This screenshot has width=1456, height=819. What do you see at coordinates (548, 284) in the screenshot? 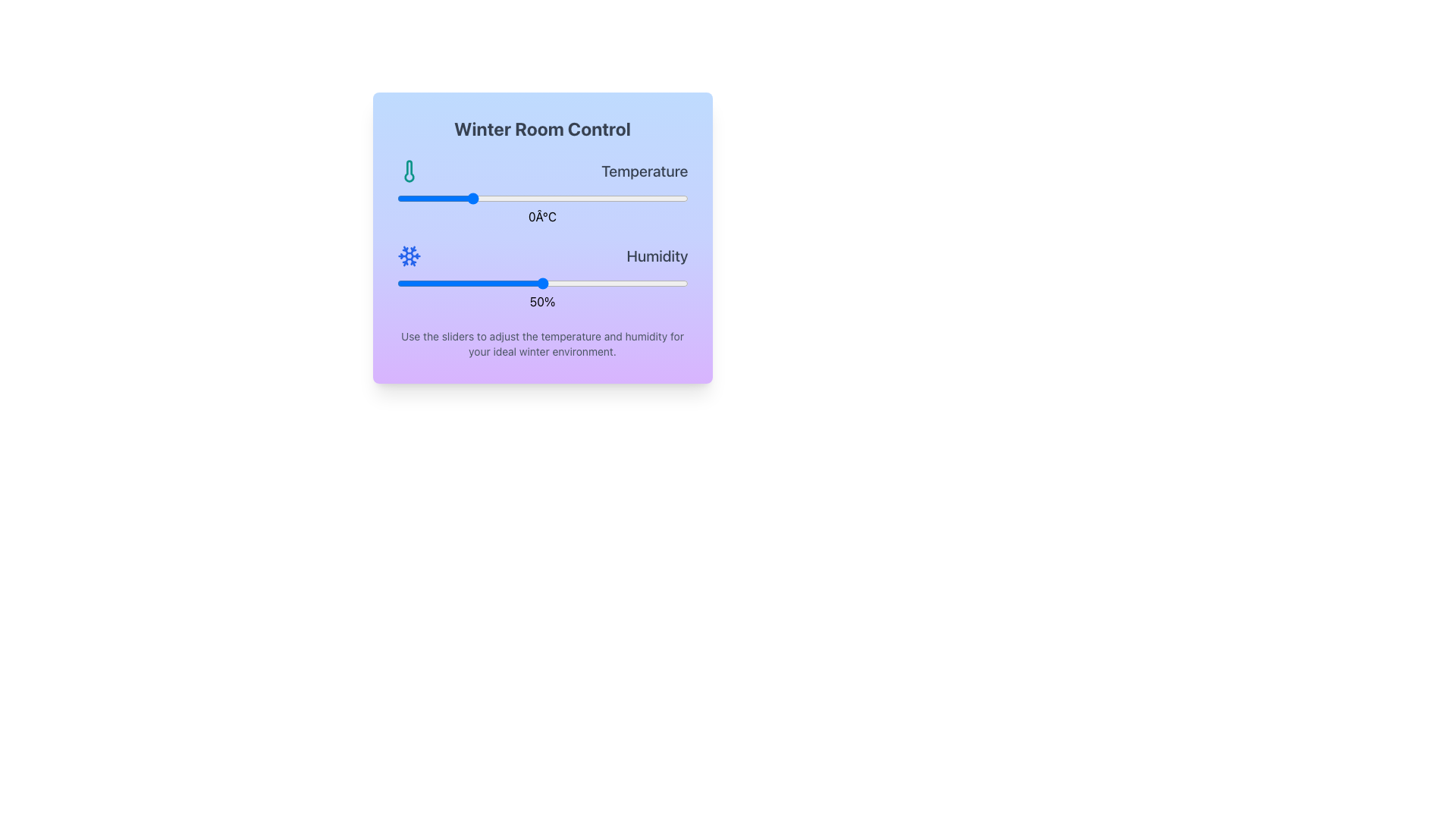
I see `humidity level` at bounding box center [548, 284].